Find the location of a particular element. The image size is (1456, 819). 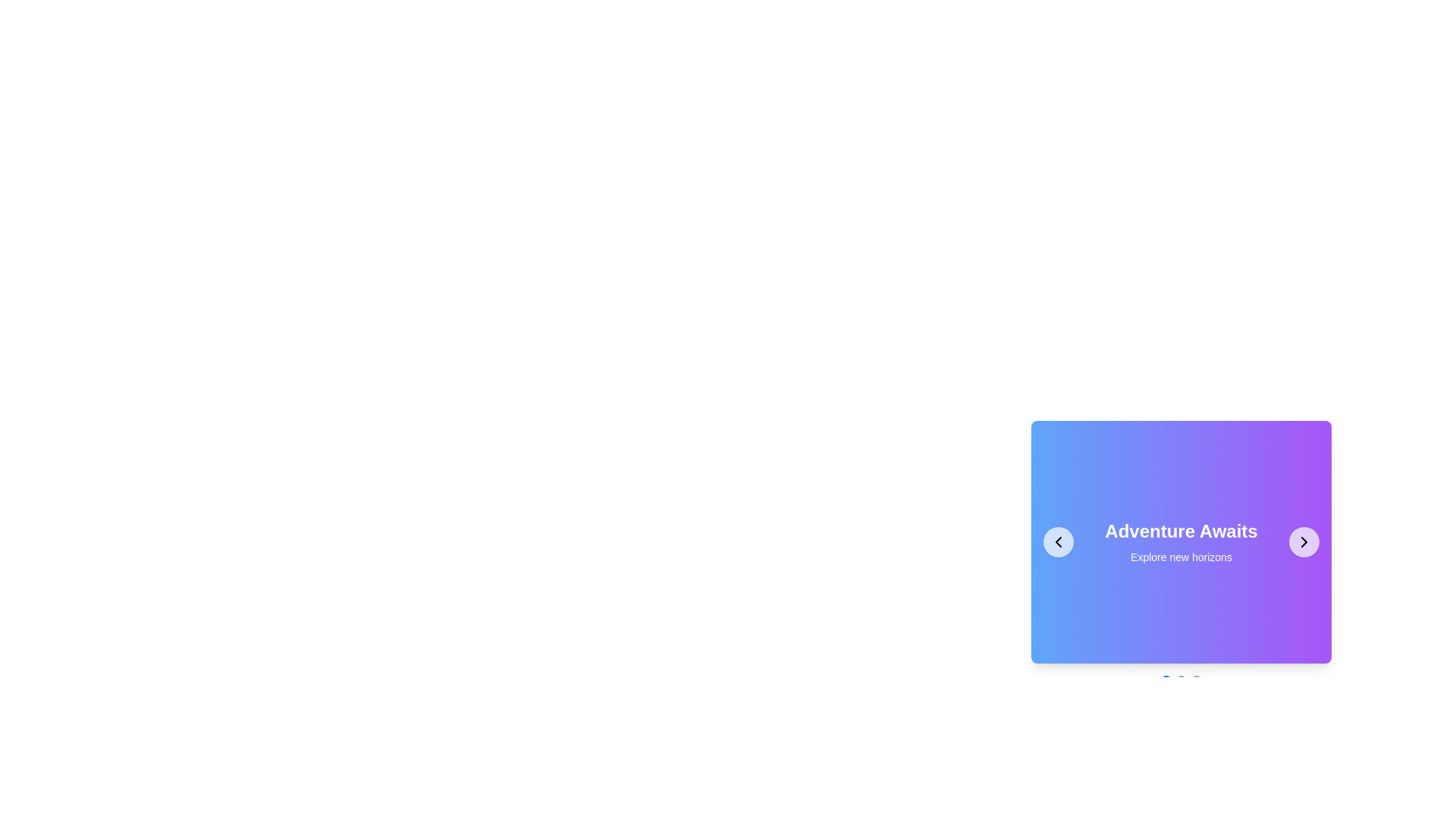

the leftward-pointing arrow icon contained within the circular button on the left side of the card interface is located at coordinates (1058, 541).